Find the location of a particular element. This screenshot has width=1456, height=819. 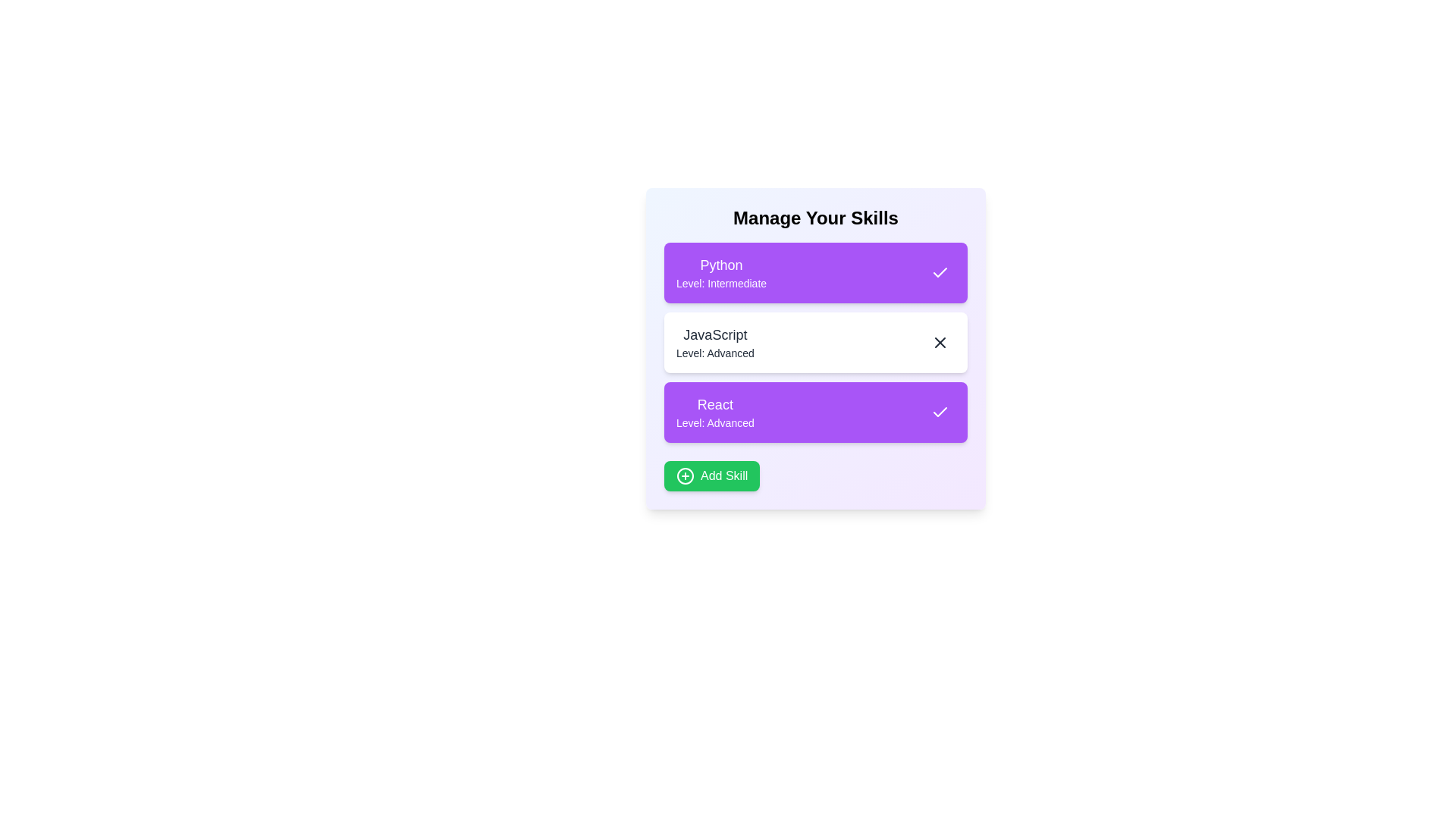

the skill item React to observe its hover effect is located at coordinates (814, 412).